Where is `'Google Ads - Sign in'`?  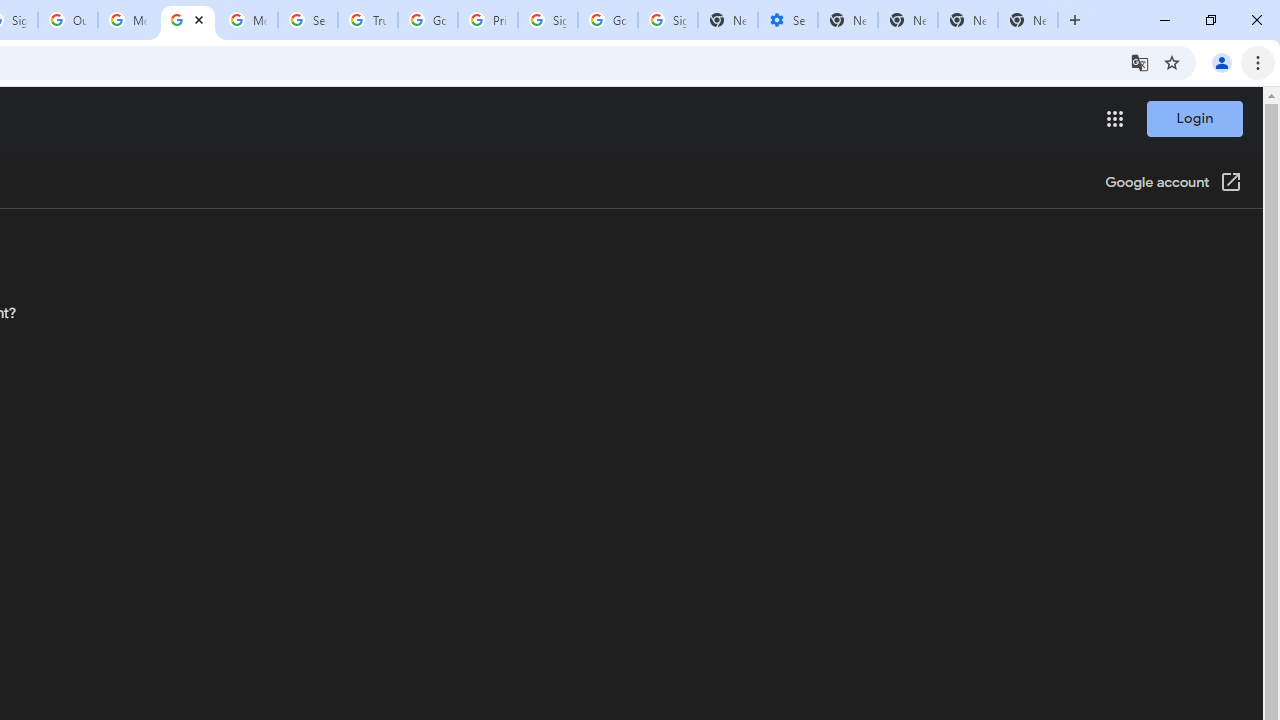
'Google Ads - Sign in' is located at coordinates (427, 20).